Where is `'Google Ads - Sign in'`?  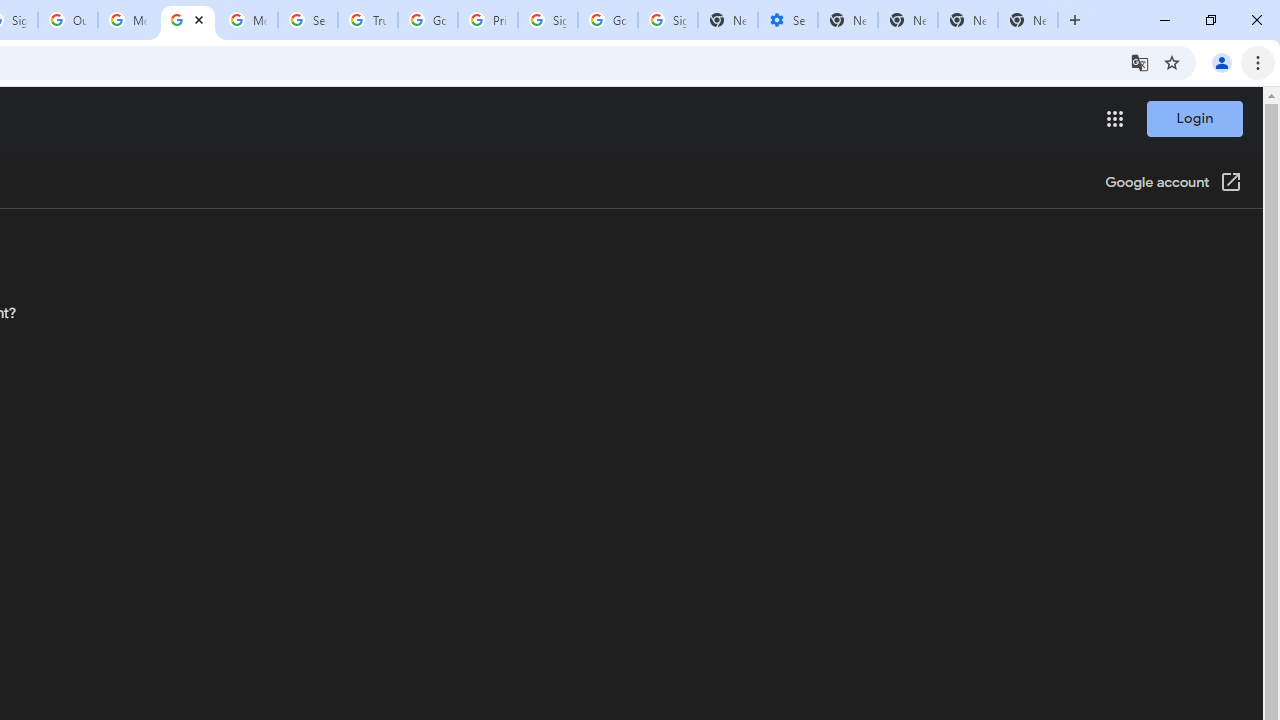
'Google Ads - Sign in' is located at coordinates (427, 20).